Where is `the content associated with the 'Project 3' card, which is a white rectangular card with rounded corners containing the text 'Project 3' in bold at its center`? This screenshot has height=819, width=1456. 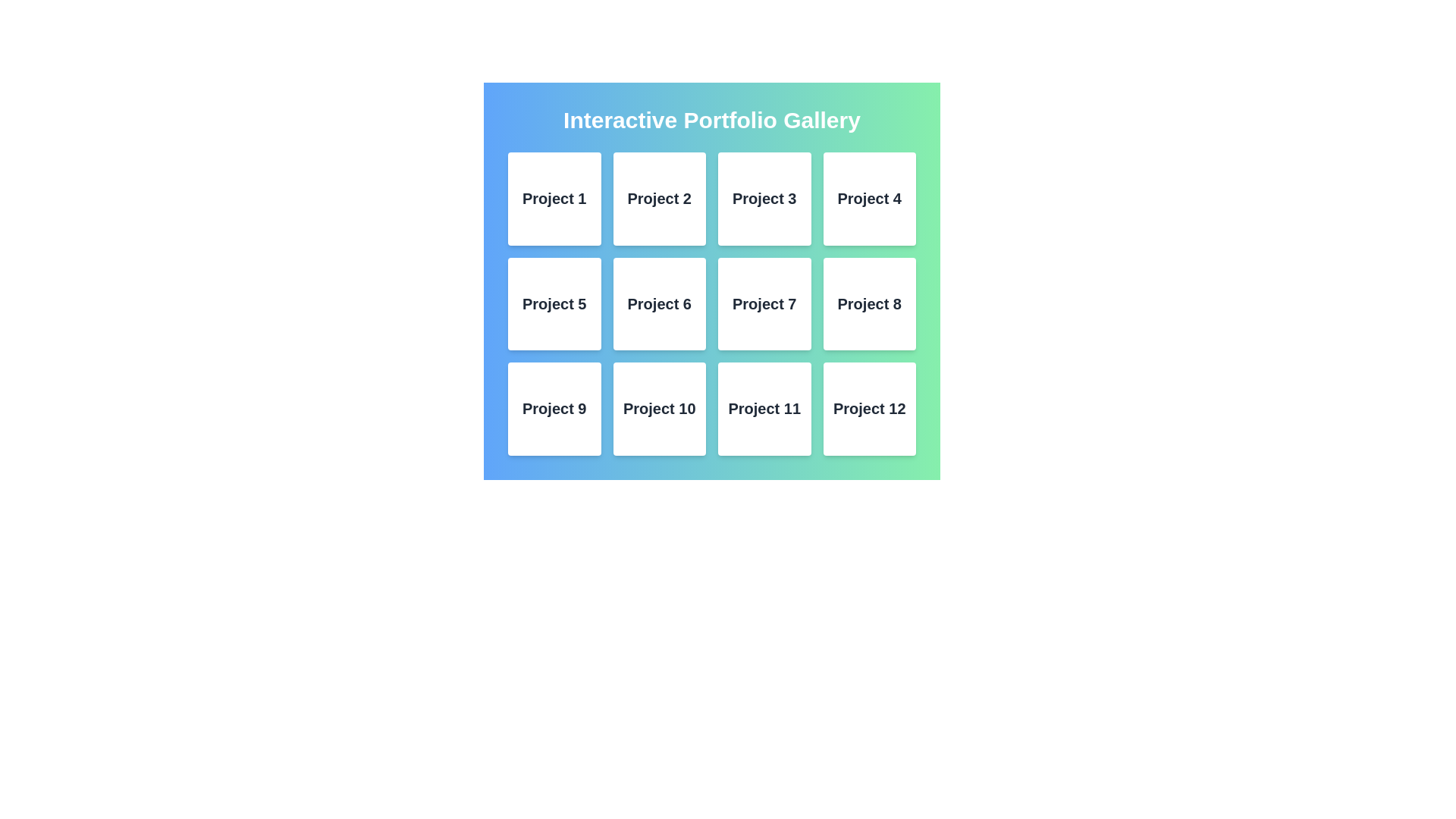
the content associated with the 'Project 3' card, which is a white rectangular card with rounded corners containing the text 'Project 3' in bold at its center is located at coordinates (764, 198).